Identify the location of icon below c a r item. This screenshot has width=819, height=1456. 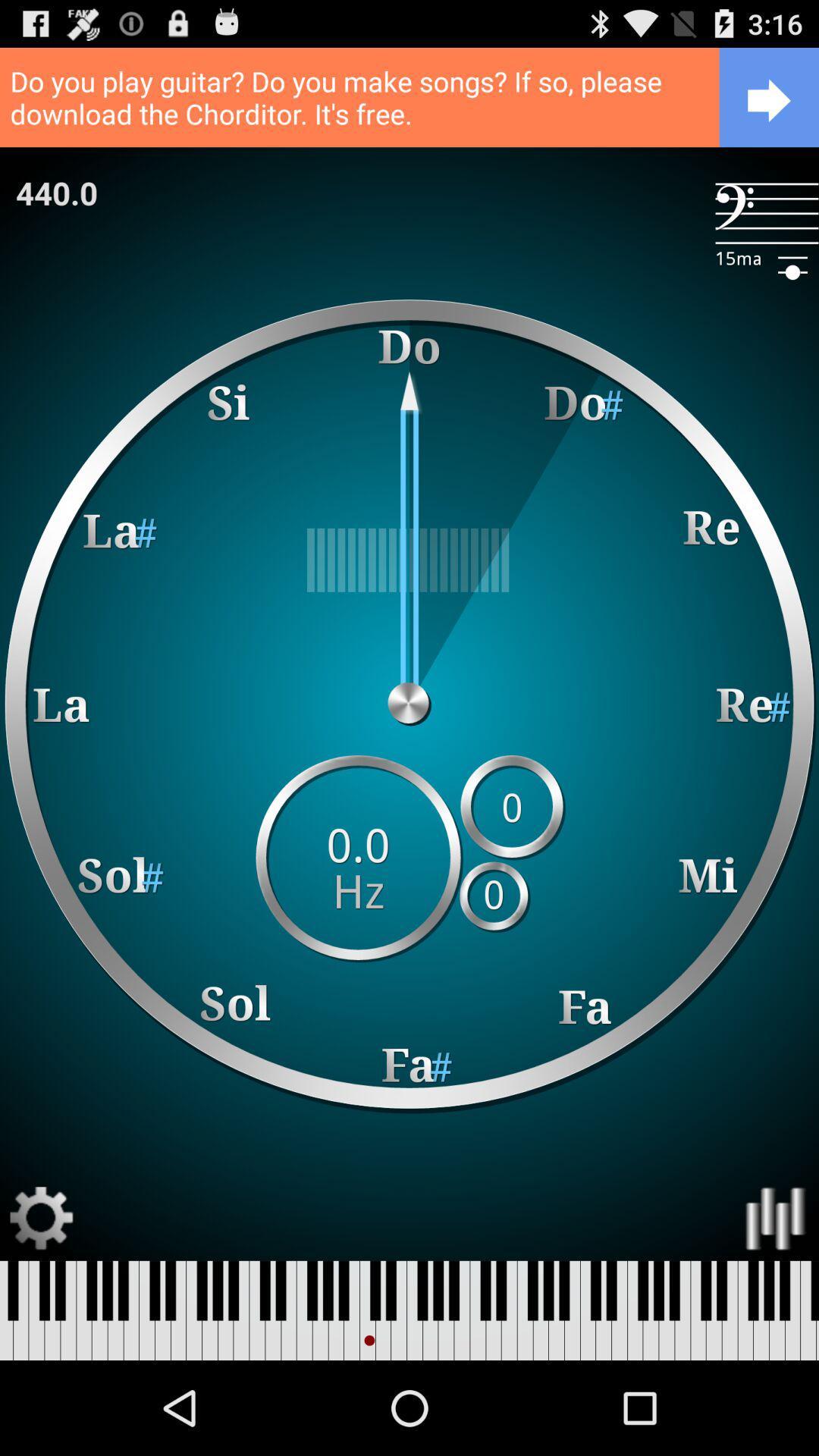
(55, 192).